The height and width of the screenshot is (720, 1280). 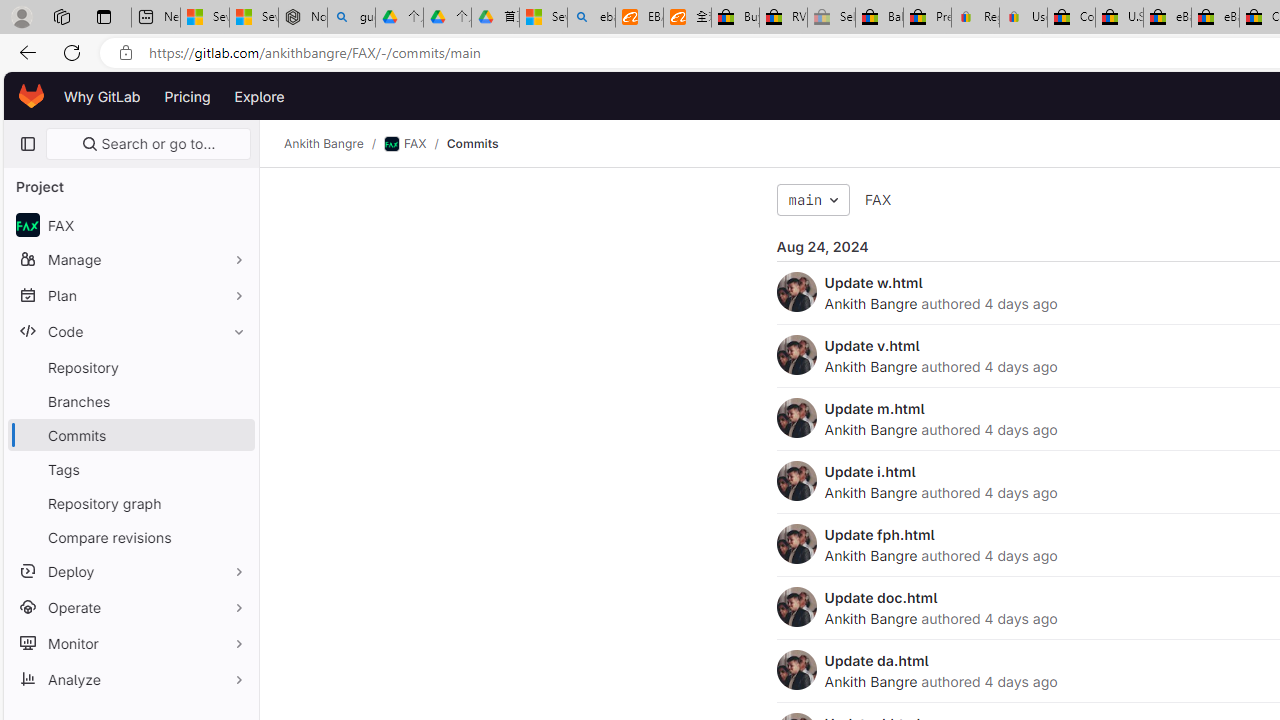 What do you see at coordinates (130, 295) in the screenshot?
I see `'Plan'` at bounding box center [130, 295].